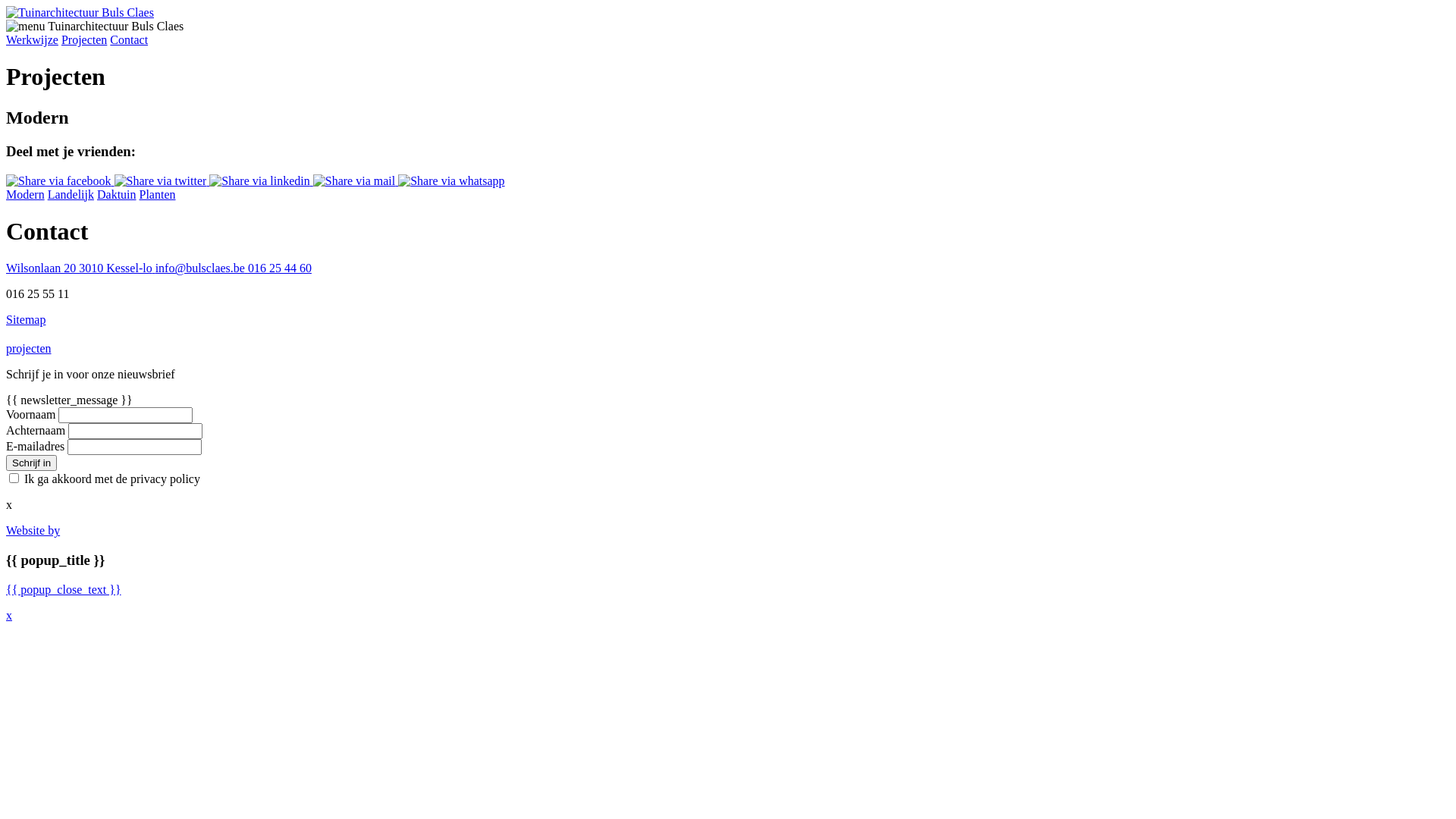  What do you see at coordinates (96, 193) in the screenshot?
I see `'Daktuin'` at bounding box center [96, 193].